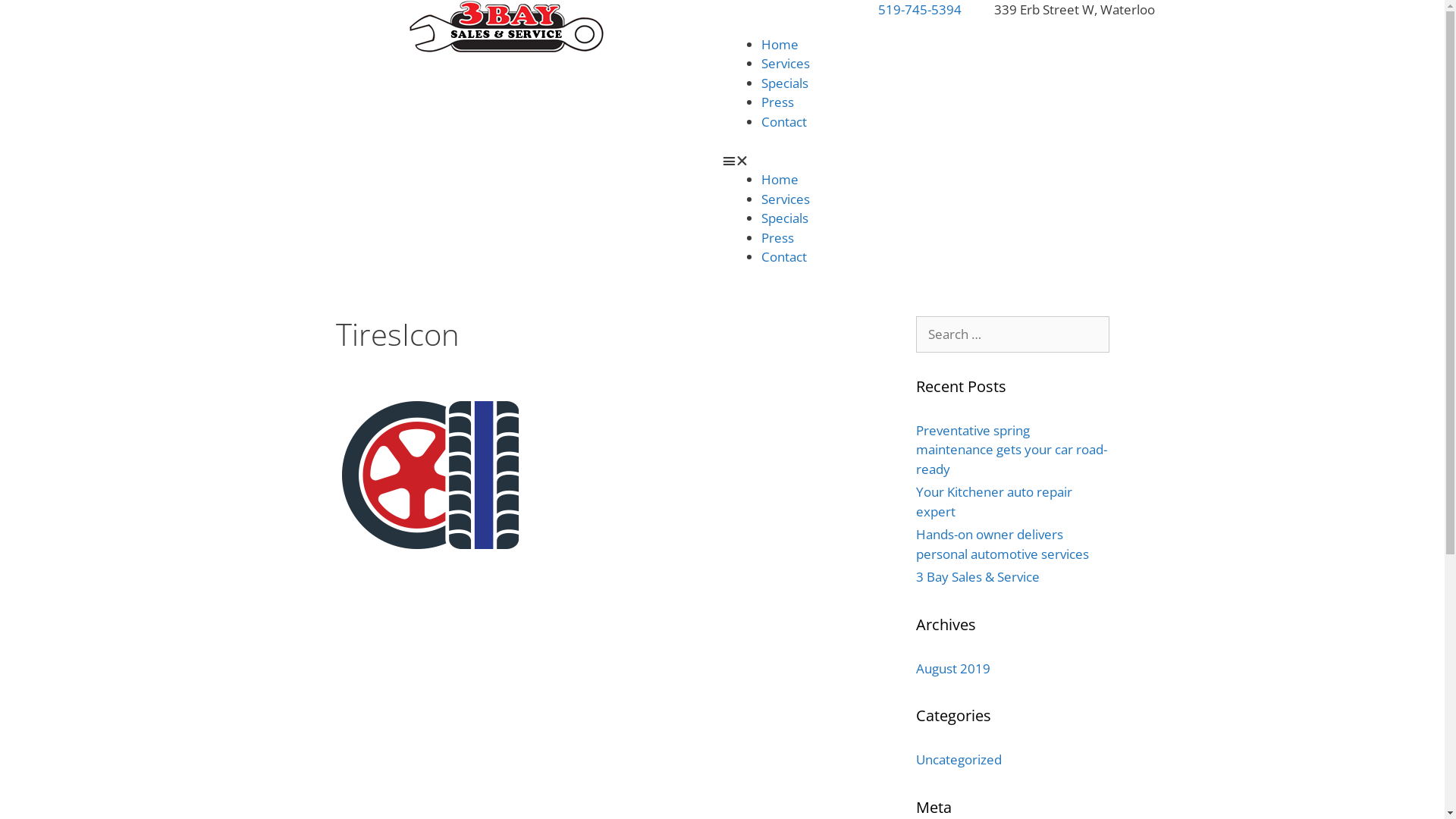 The image size is (1456, 819). What do you see at coordinates (785, 218) in the screenshot?
I see `'Specials'` at bounding box center [785, 218].